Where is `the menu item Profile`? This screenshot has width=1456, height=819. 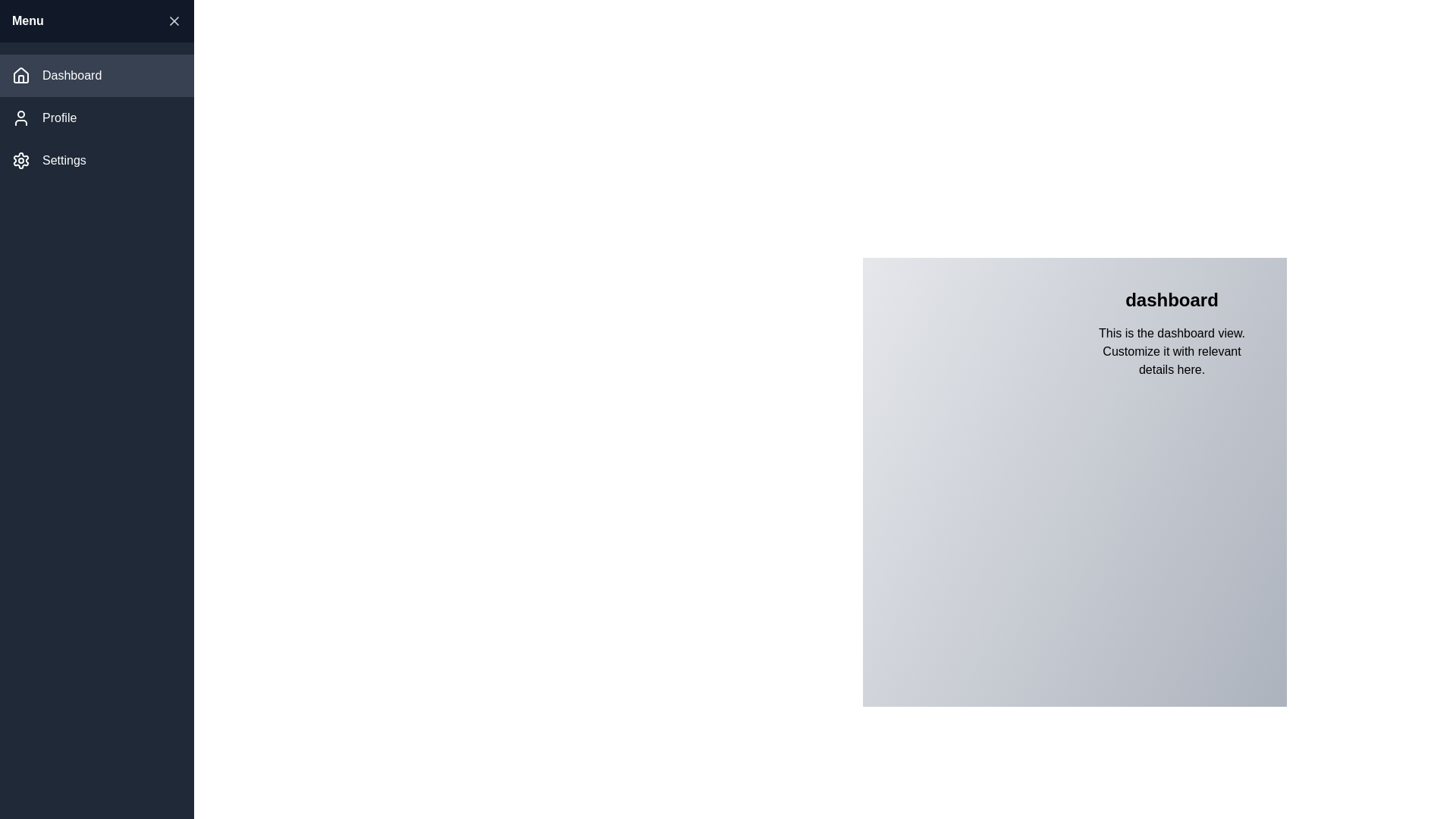 the menu item Profile is located at coordinates (96, 117).